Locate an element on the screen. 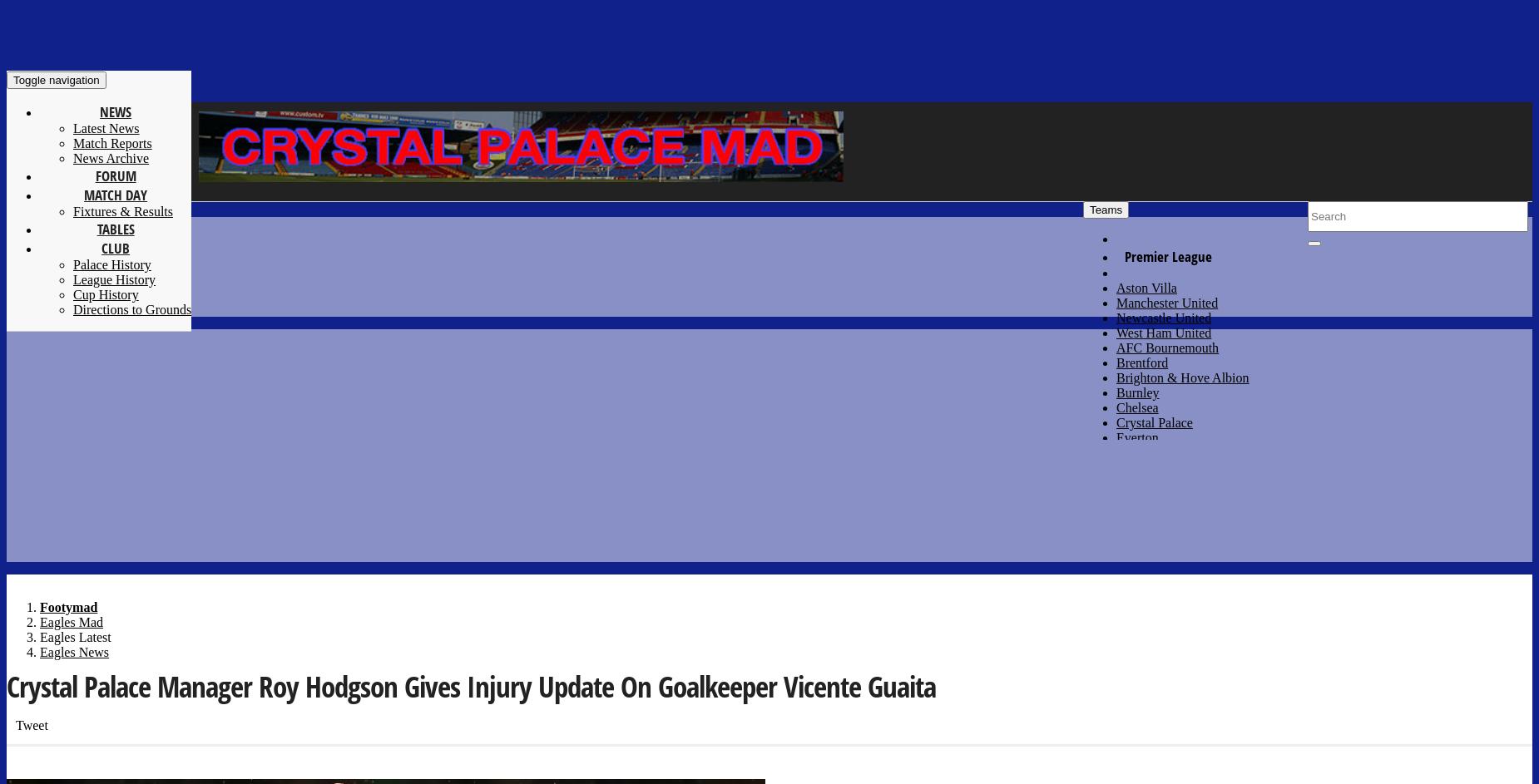 This screenshot has width=1539, height=784. 'News Archive' is located at coordinates (110, 157).